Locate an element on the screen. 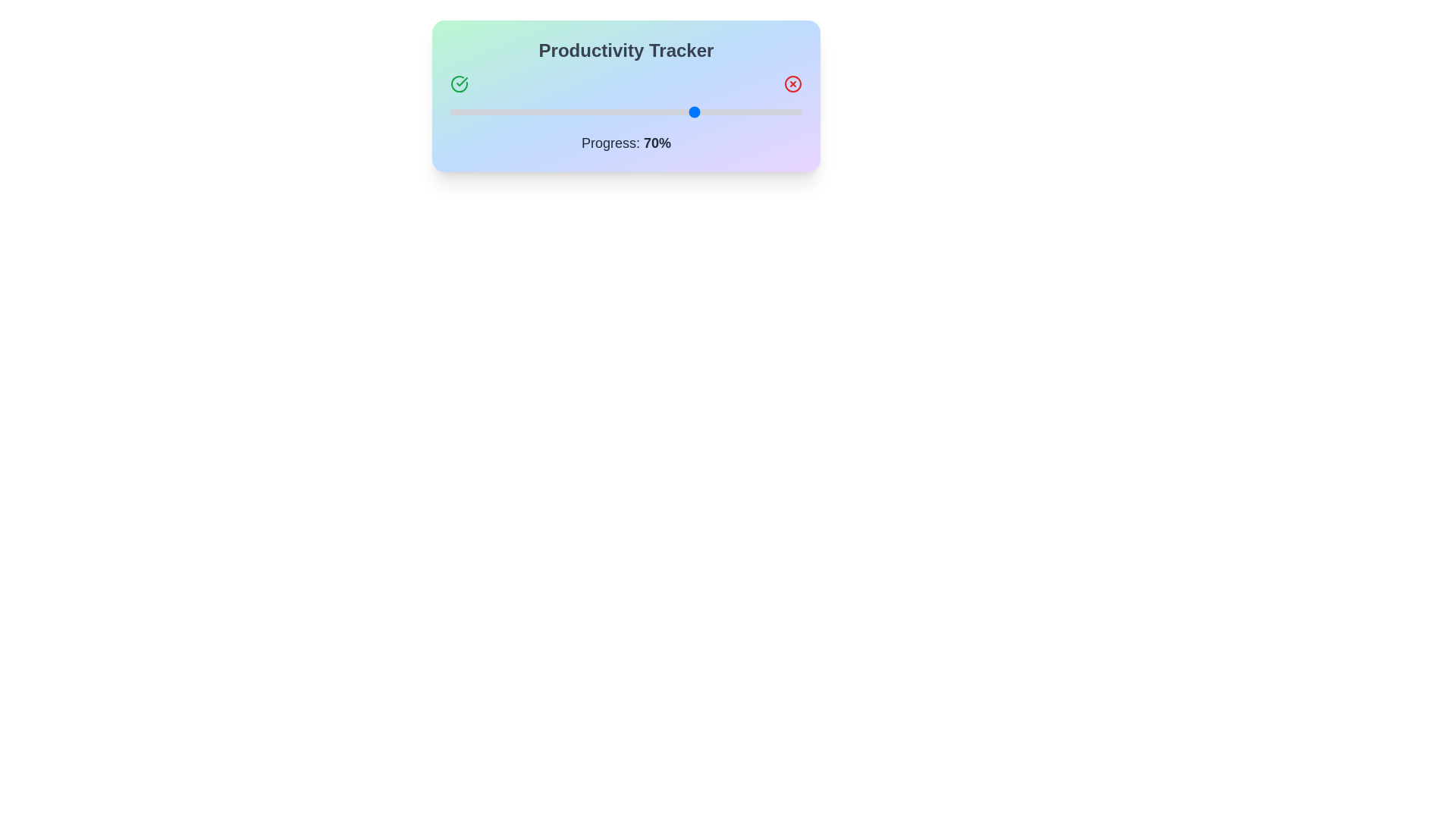  the progress value is located at coordinates (545, 111).